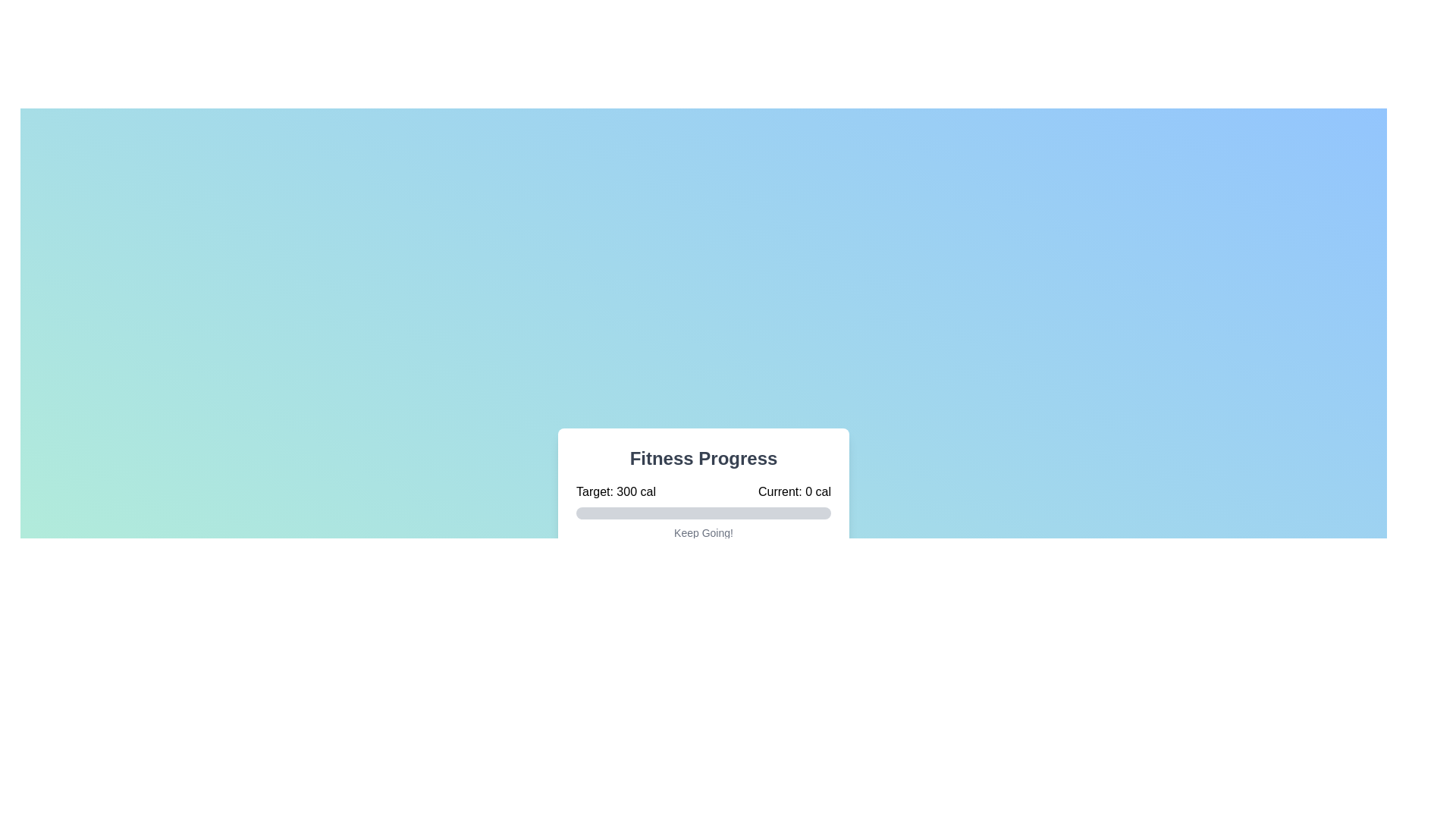 The height and width of the screenshot is (819, 1456). Describe the element at coordinates (702, 458) in the screenshot. I see `text heading that indicates the card content relates to tracking or displaying fitness progress, located at the top-center of the card` at that location.